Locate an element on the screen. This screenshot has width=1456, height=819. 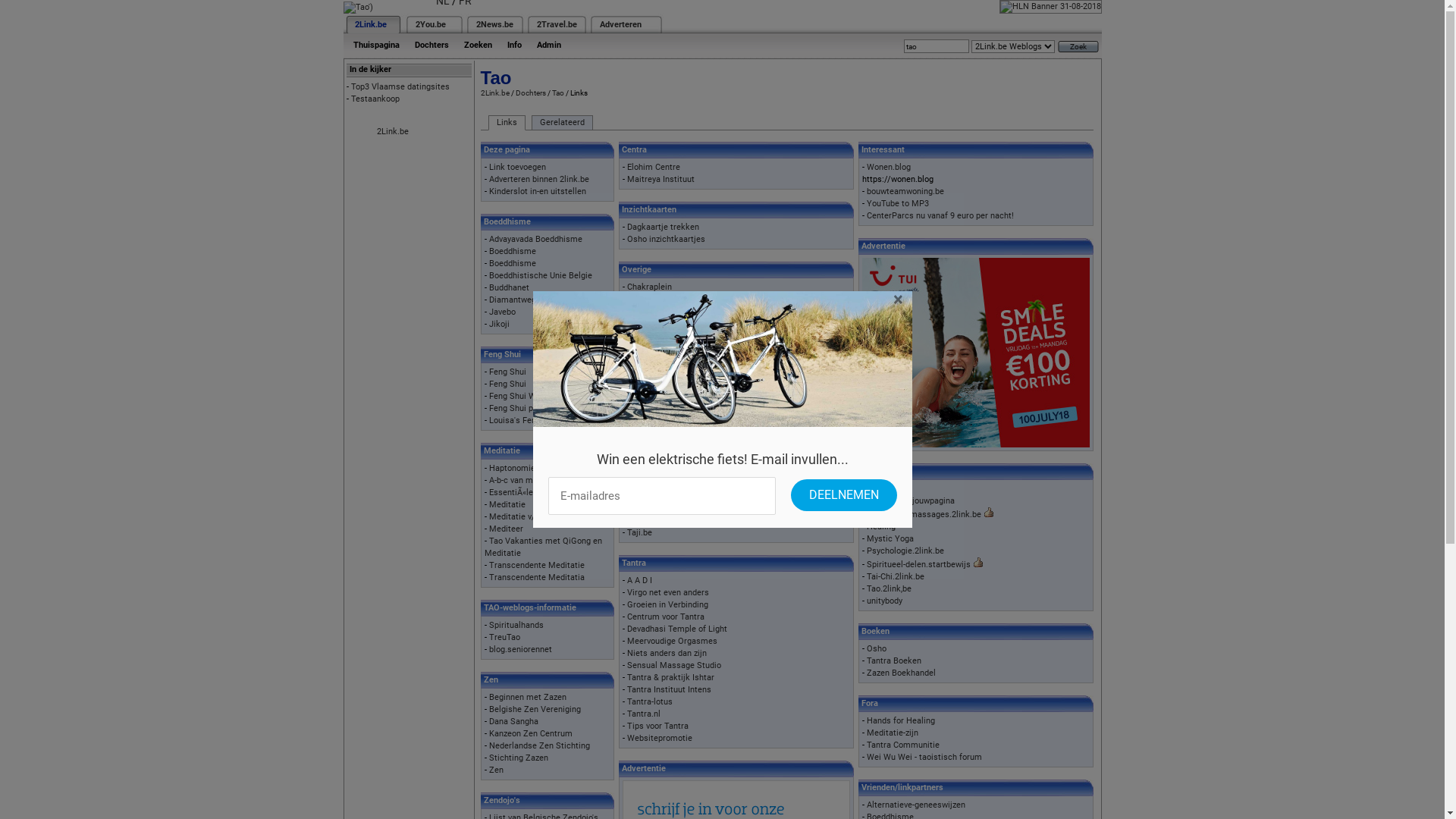
'Maitreya Instituut' is located at coordinates (660, 178).